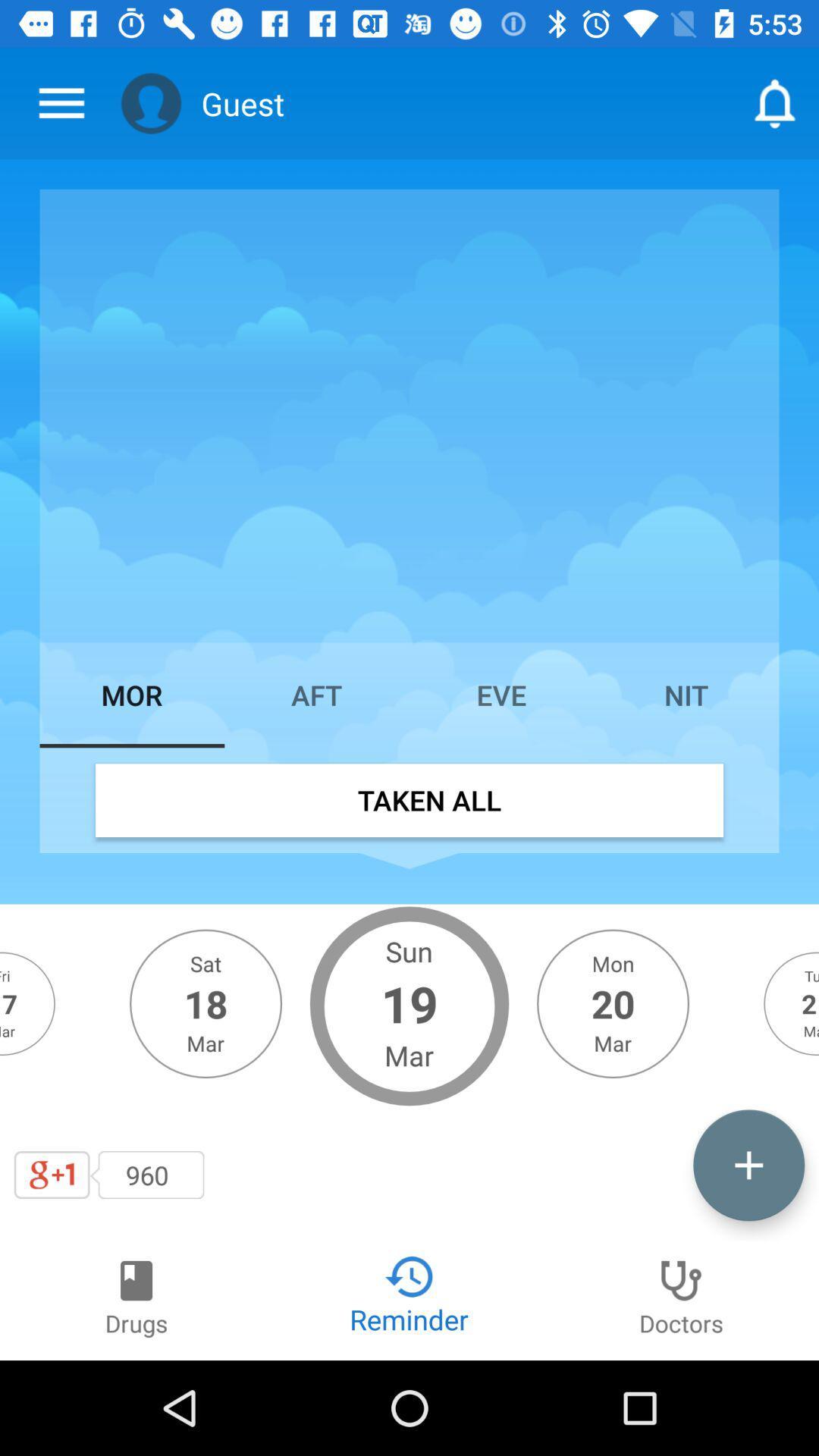 The image size is (819, 1456). I want to click on the item next to the guest, so click(151, 102).